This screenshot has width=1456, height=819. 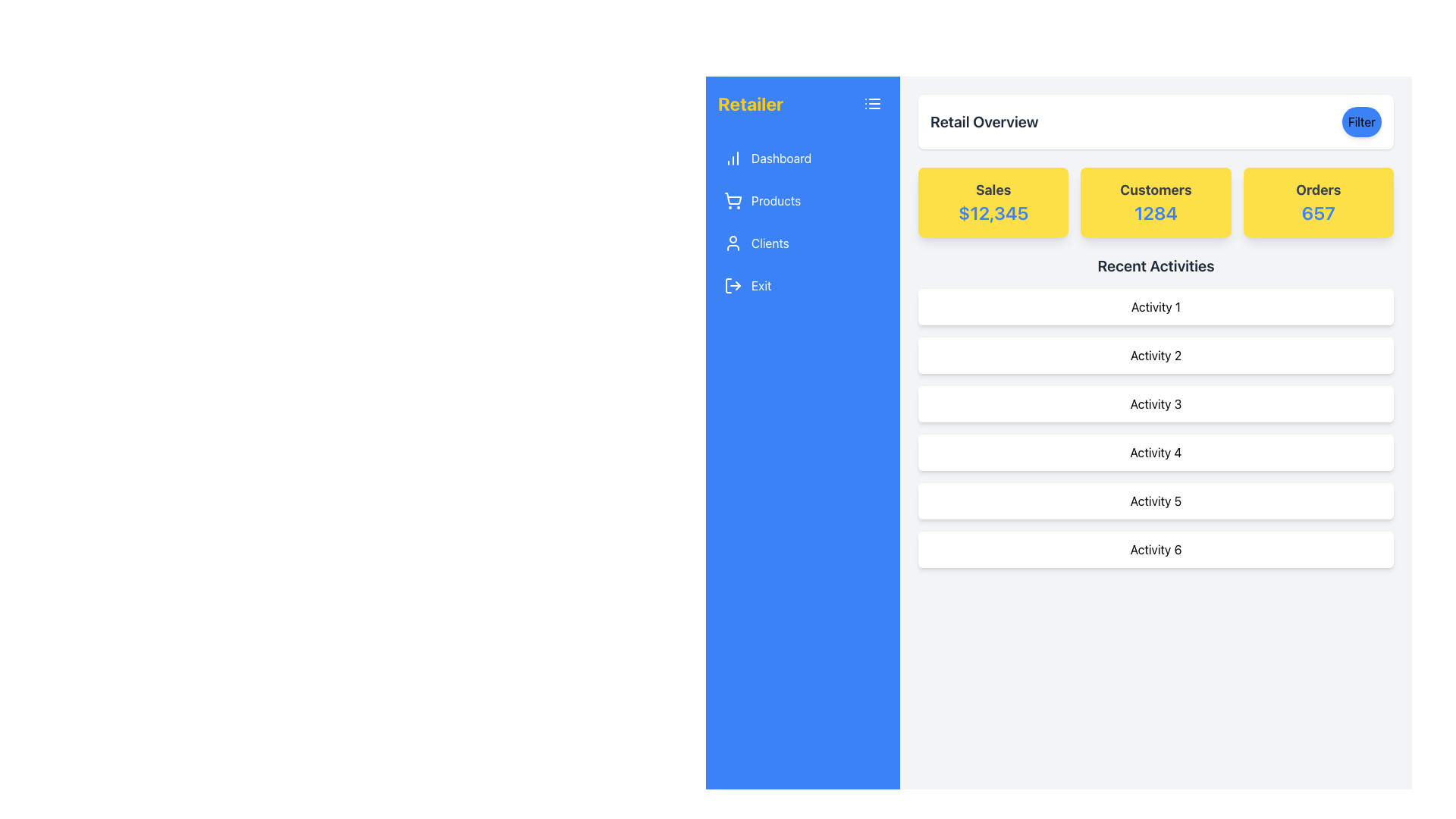 I want to click on the 'Activity 2' button, which is a rectangular component with a white background, rounded corners, and the text 'Activity 2' centered in black, so click(x=1155, y=356).